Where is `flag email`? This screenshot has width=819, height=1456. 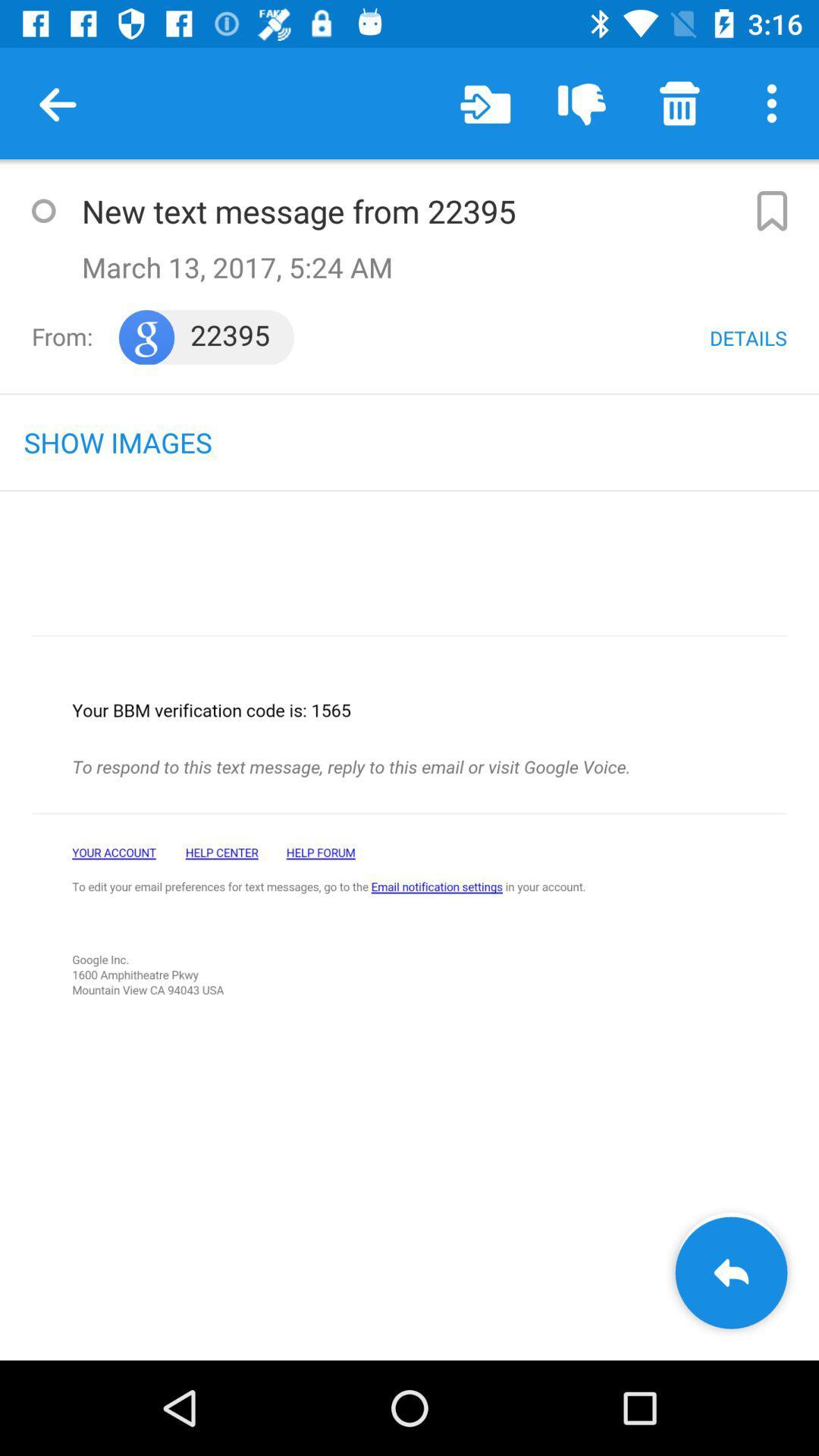
flag email is located at coordinates (771, 210).